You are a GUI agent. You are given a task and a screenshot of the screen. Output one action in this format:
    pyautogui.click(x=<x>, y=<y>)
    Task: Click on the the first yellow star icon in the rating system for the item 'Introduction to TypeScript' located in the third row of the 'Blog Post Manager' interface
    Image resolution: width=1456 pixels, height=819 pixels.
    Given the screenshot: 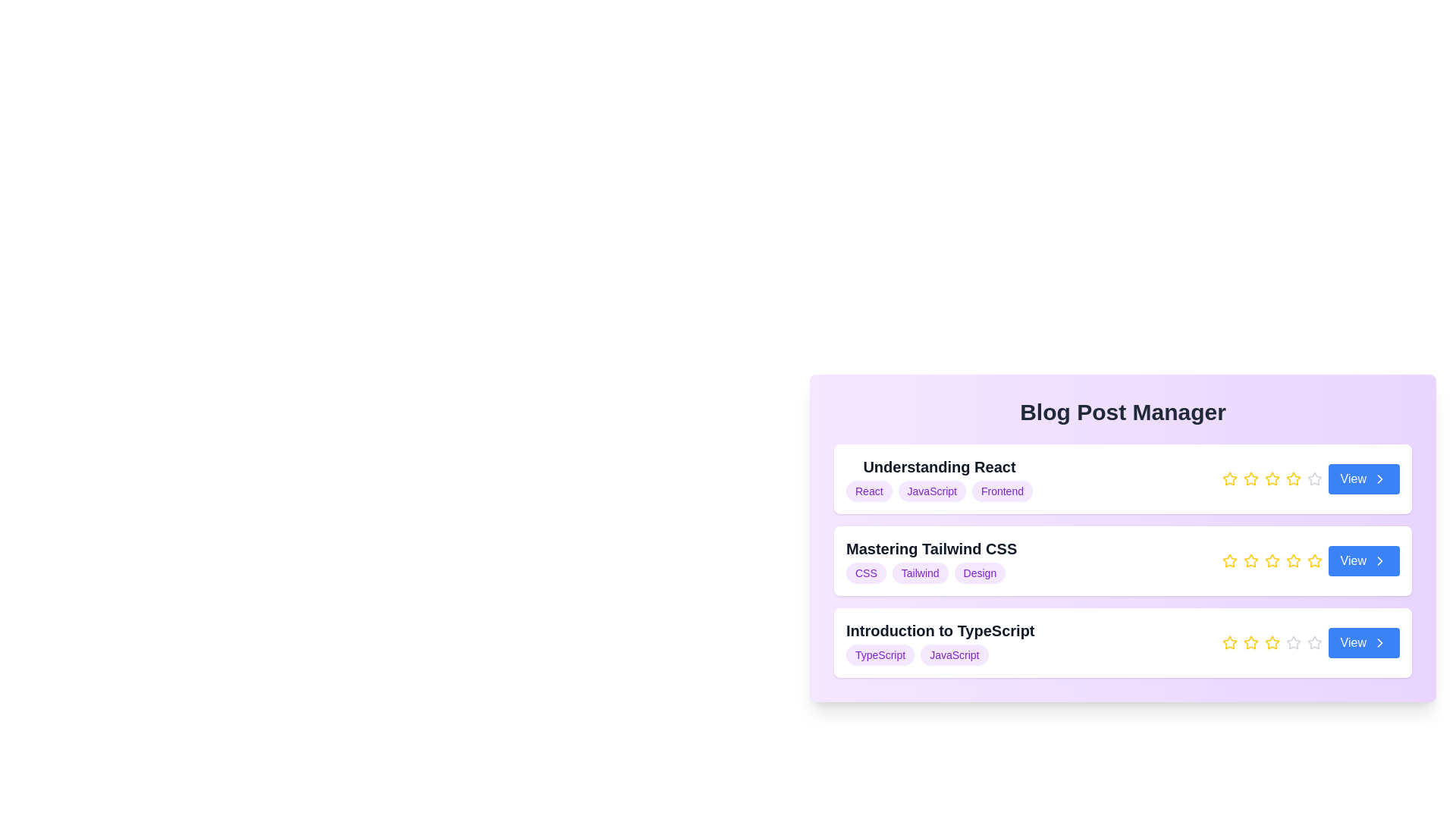 What is the action you would take?
    pyautogui.click(x=1229, y=643)
    